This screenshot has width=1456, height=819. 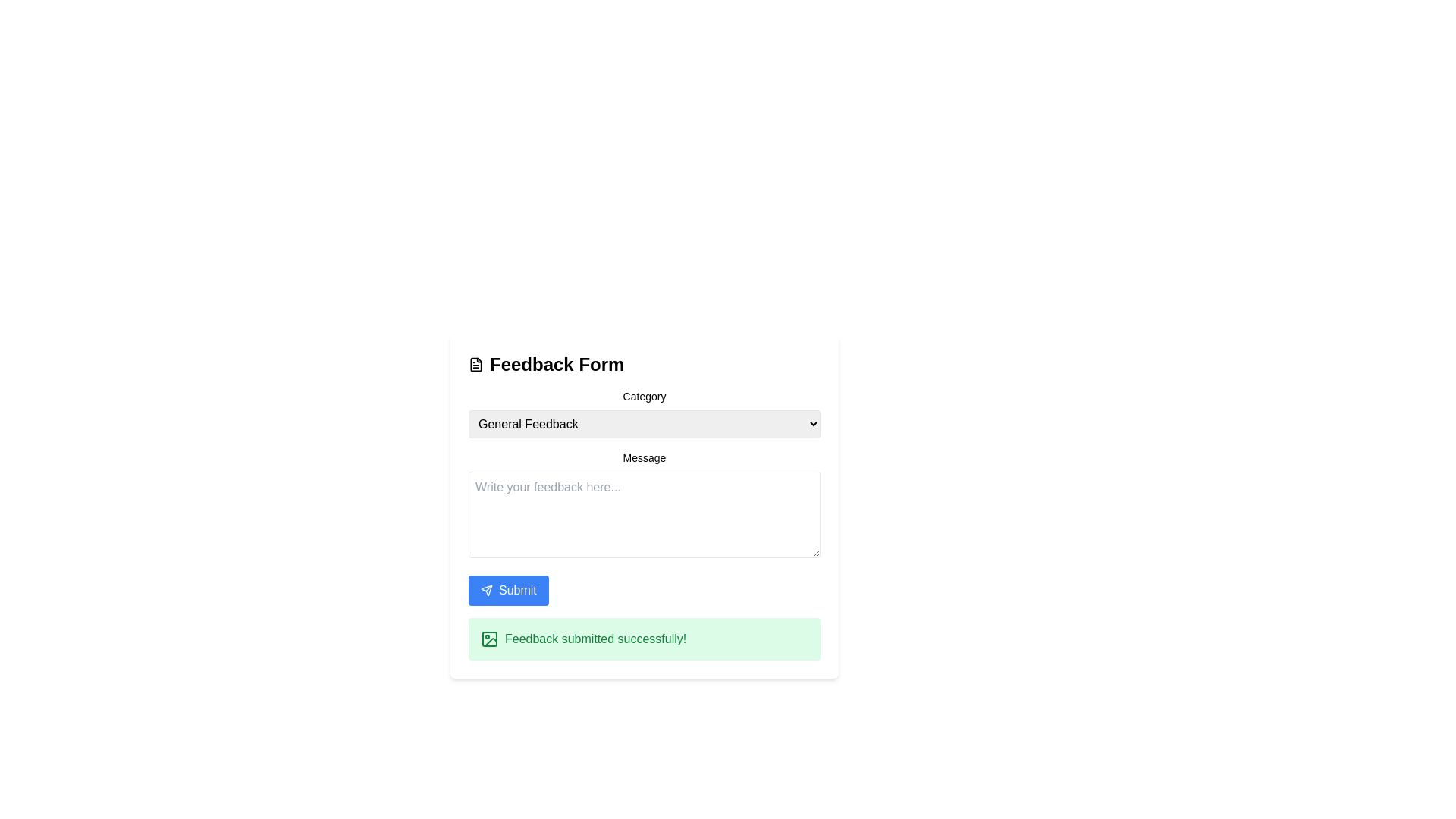 I want to click on the green text 'Feedback submitted successfully!', so click(x=595, y=639).